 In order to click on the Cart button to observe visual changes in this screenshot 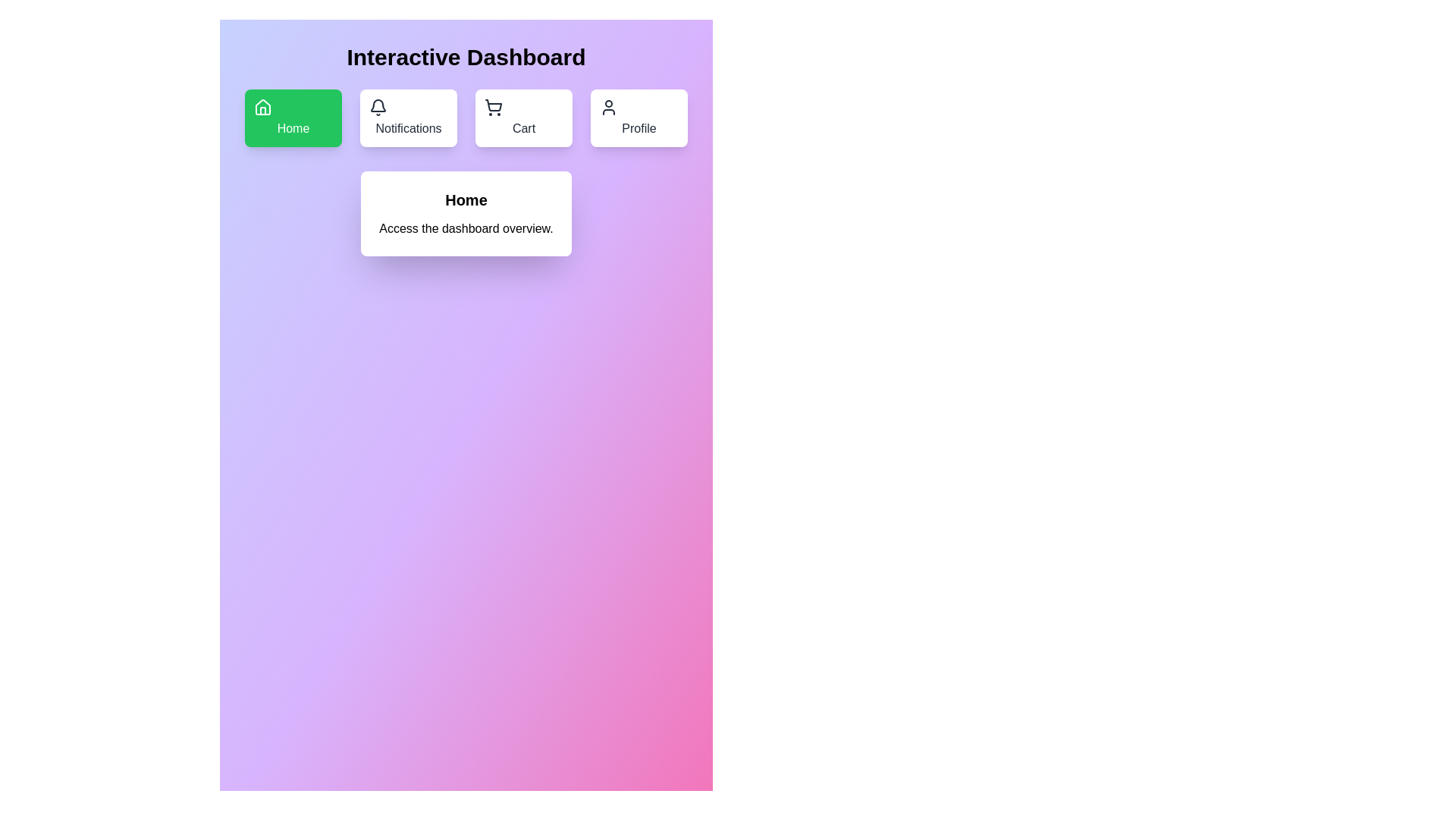, I will do `click(524, 117)`.